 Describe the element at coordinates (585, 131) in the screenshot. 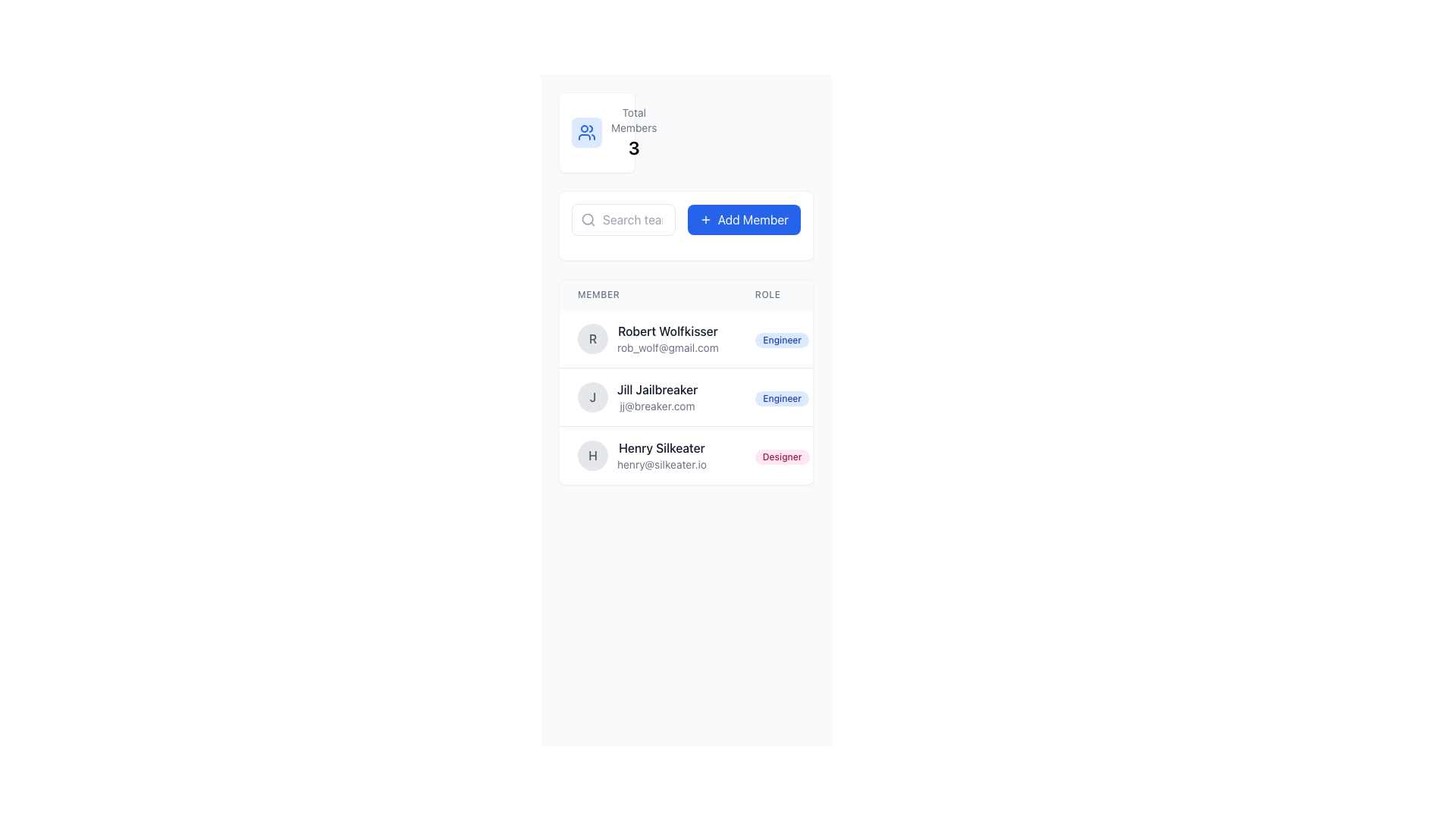

I see `the group members icon located in the top-left section of the interface, adjacent to the 'Total Members' label, within a light blue rounded rectangle` at that location.